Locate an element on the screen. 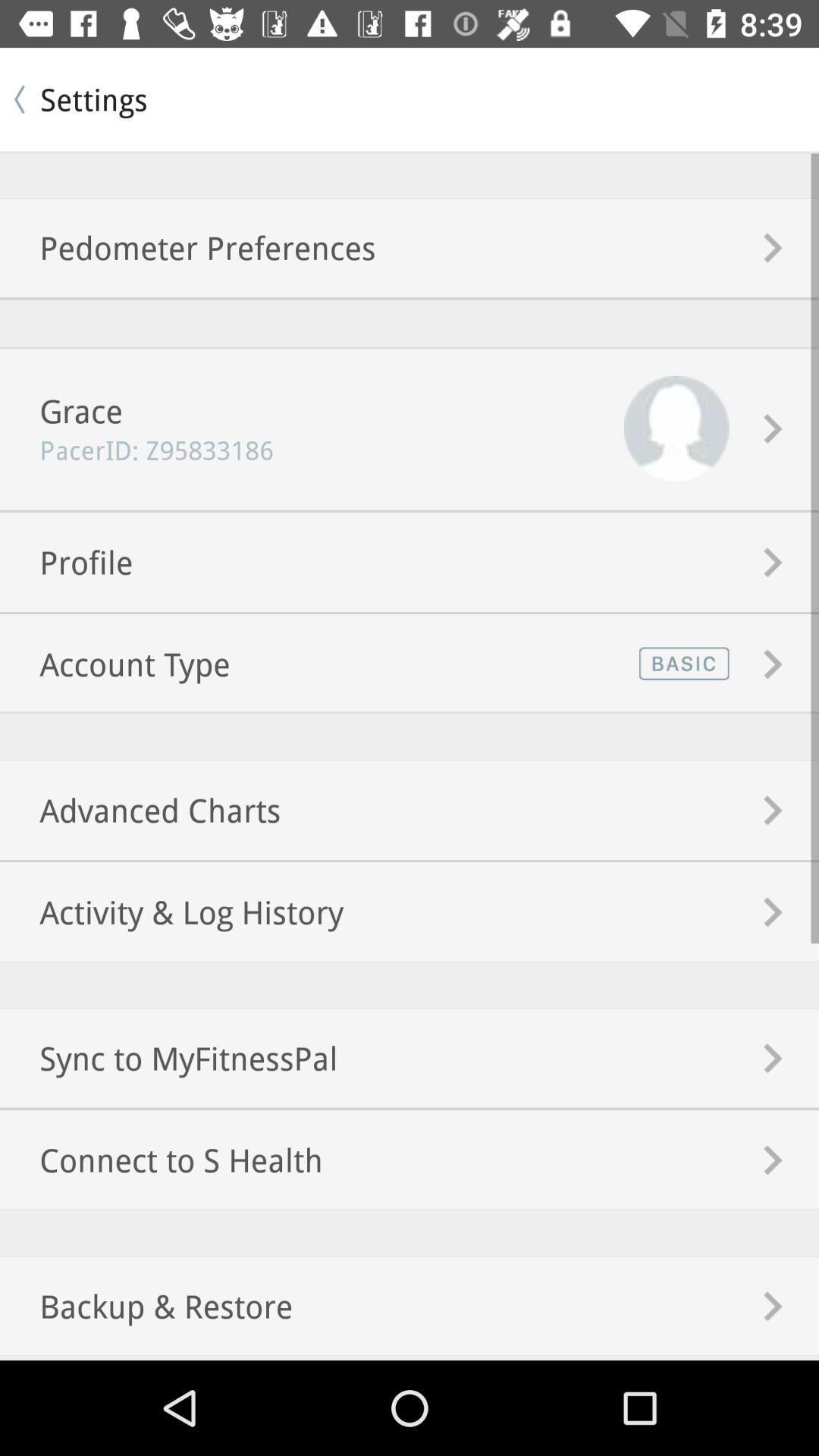 Image resolution: width=819 pixels, height=1456 pixels. the item to the right of the account type icon is located at coordinates (680, 664).